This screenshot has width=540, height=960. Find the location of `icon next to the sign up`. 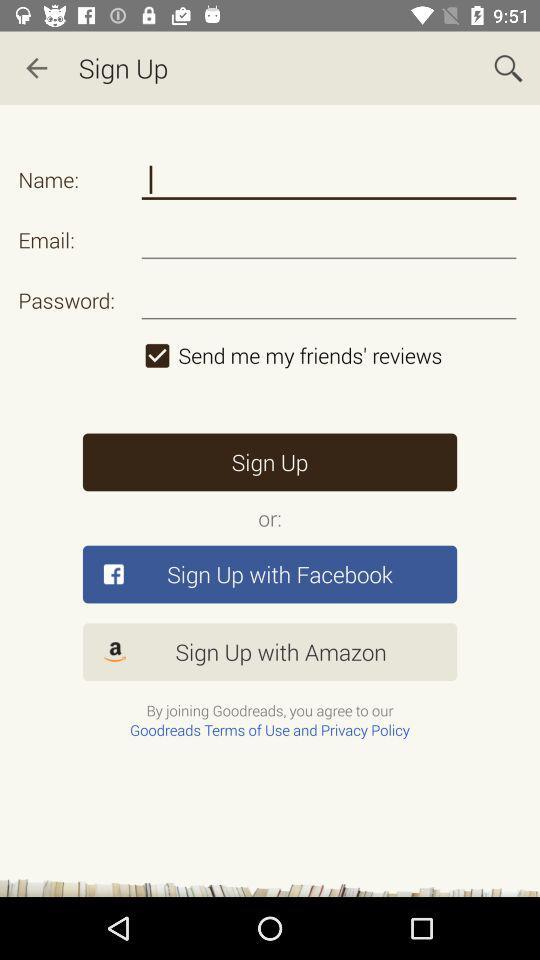

icon next to the sign up is located at coordinates (508, 68).